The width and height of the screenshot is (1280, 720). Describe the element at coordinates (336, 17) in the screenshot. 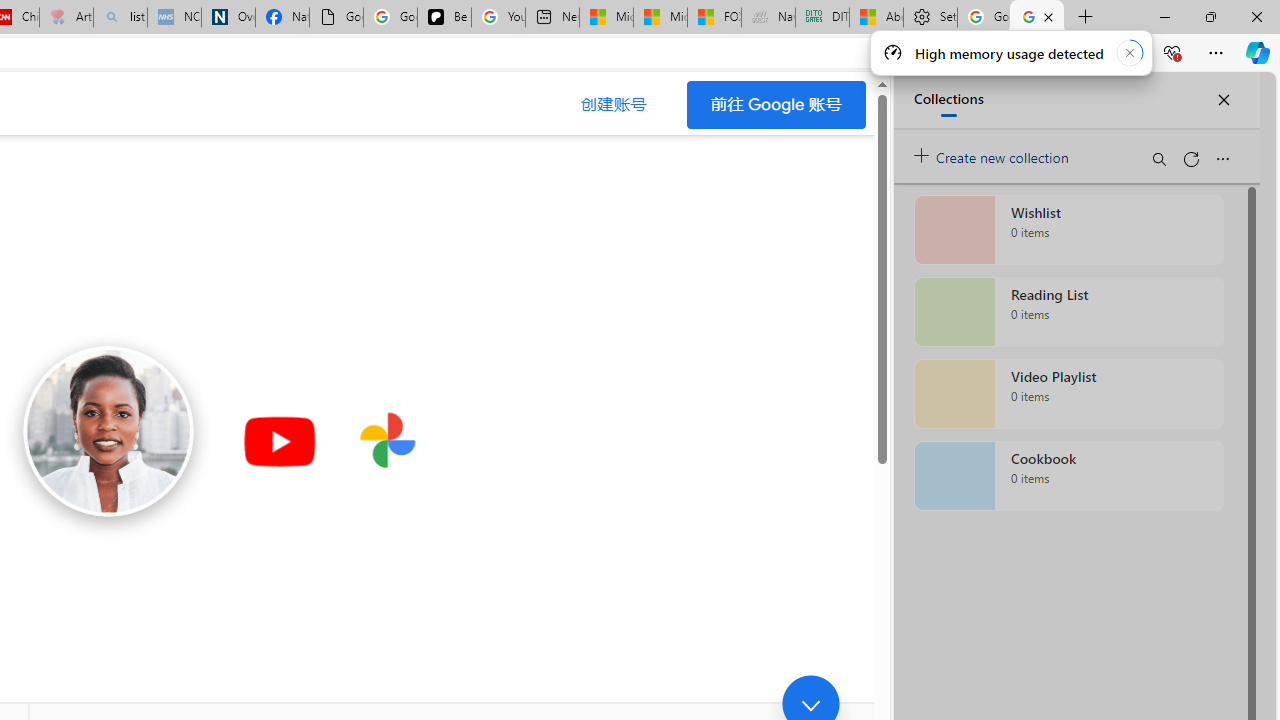

I see `'Google Analytics Opt-out Browser Add-on Download Page'` at that location.